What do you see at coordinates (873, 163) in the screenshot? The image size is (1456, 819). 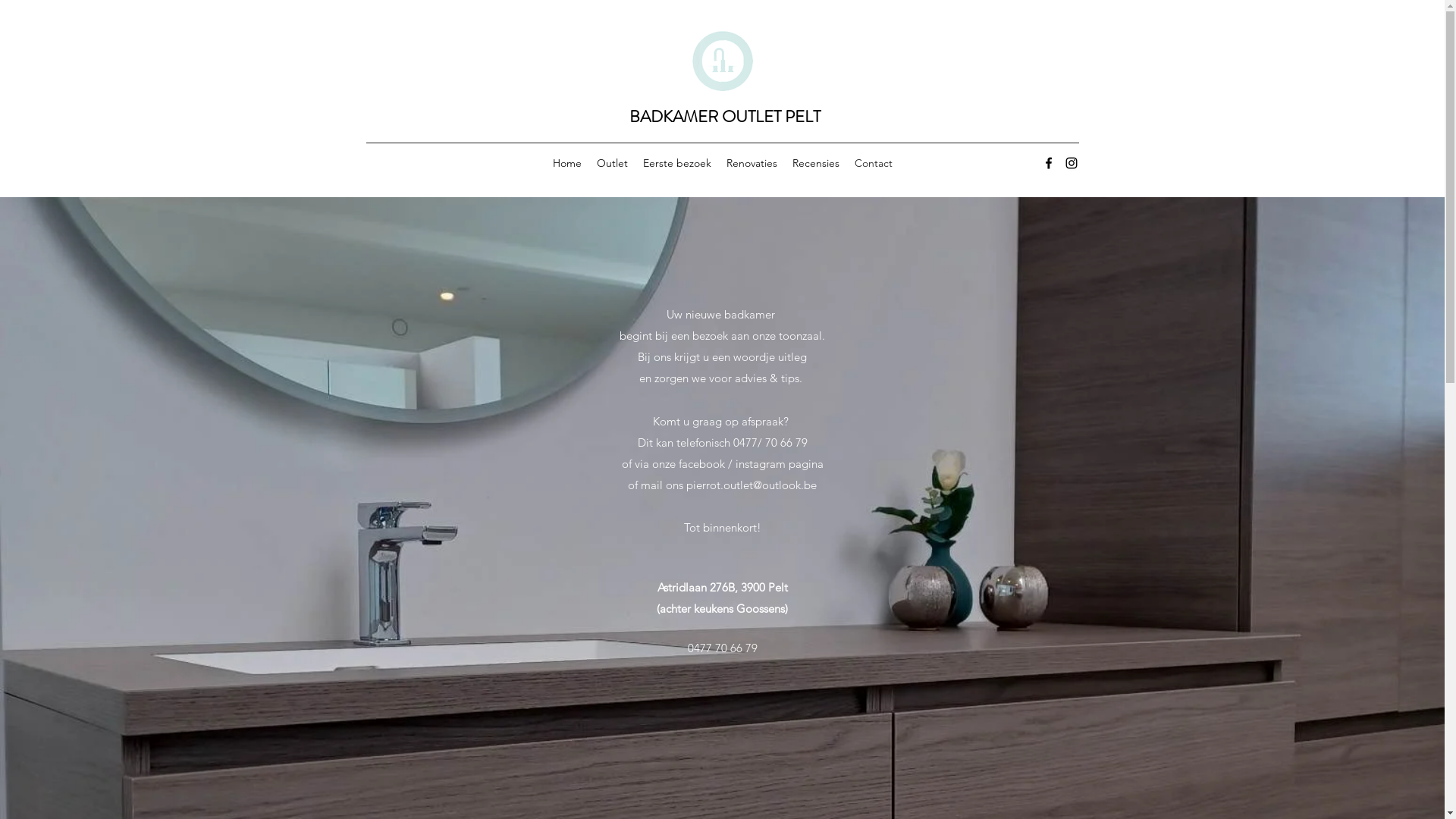 I see `'Contact'` at bounding box center [873, 163].